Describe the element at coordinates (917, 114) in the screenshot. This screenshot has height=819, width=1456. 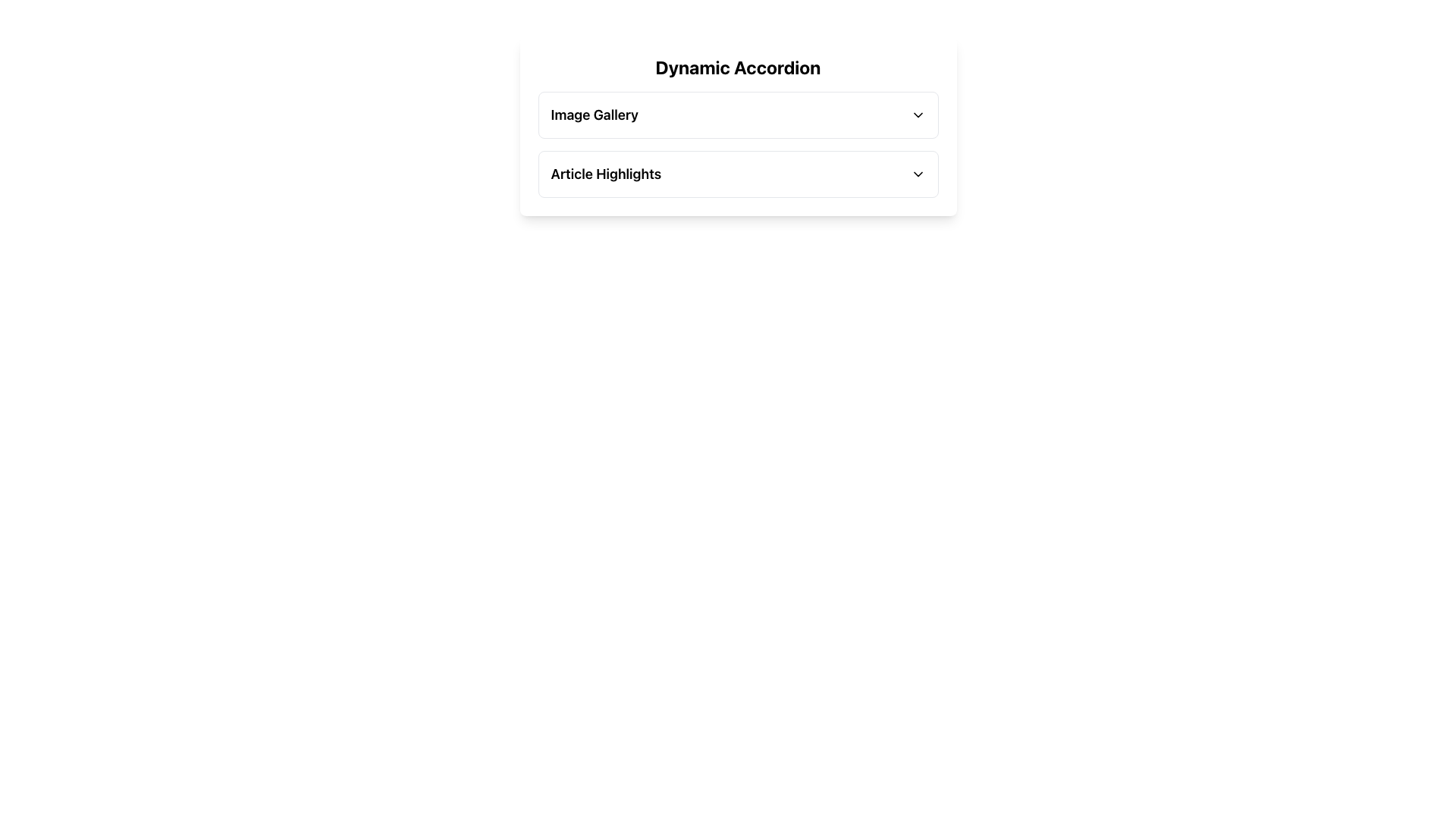
I see `the toggle icon located at the far right of the 'Image Gallery' section` at that location.